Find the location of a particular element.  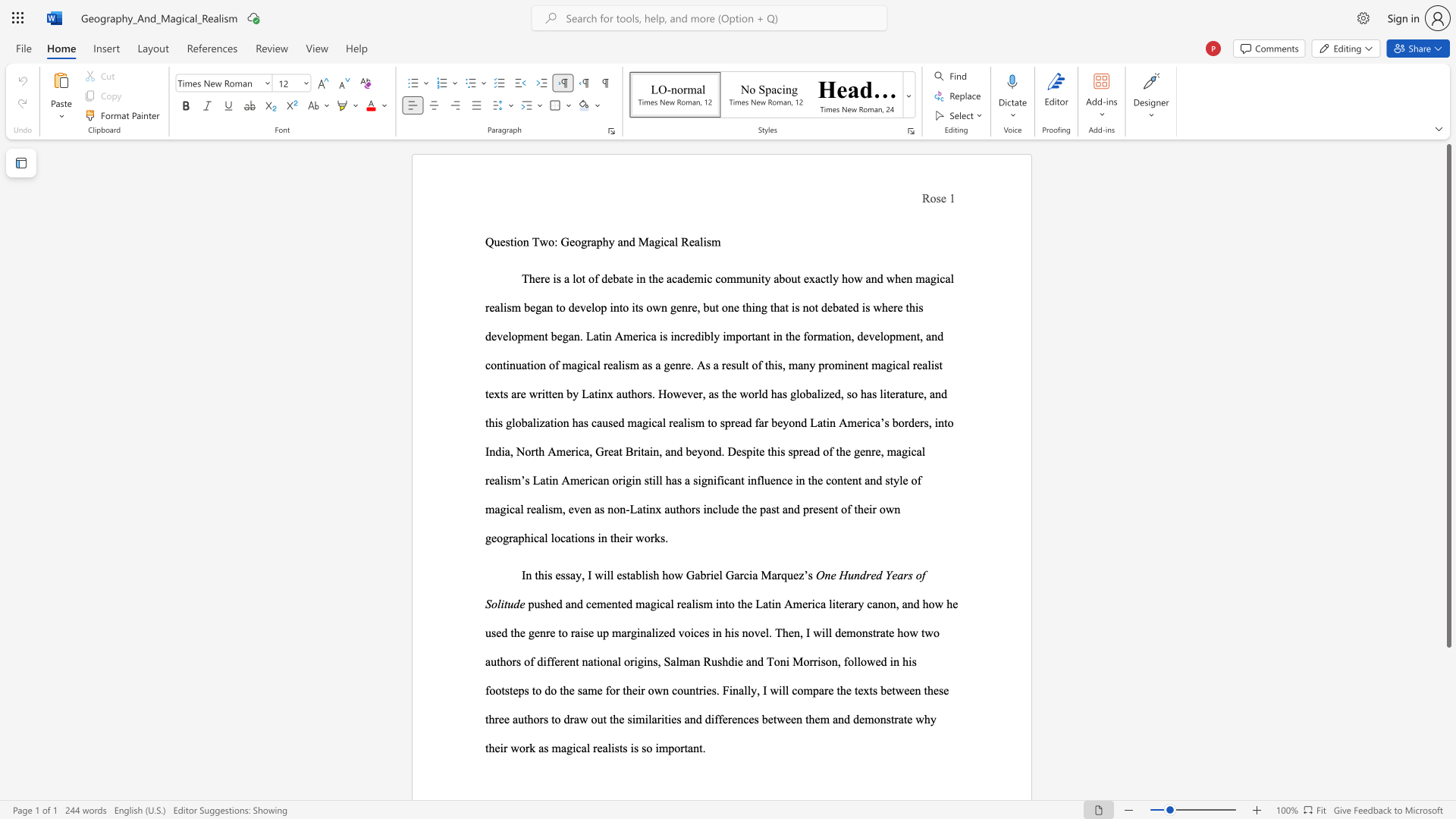

the right-hand scrollbar to descend the page is located at coordinates (1448, 780).